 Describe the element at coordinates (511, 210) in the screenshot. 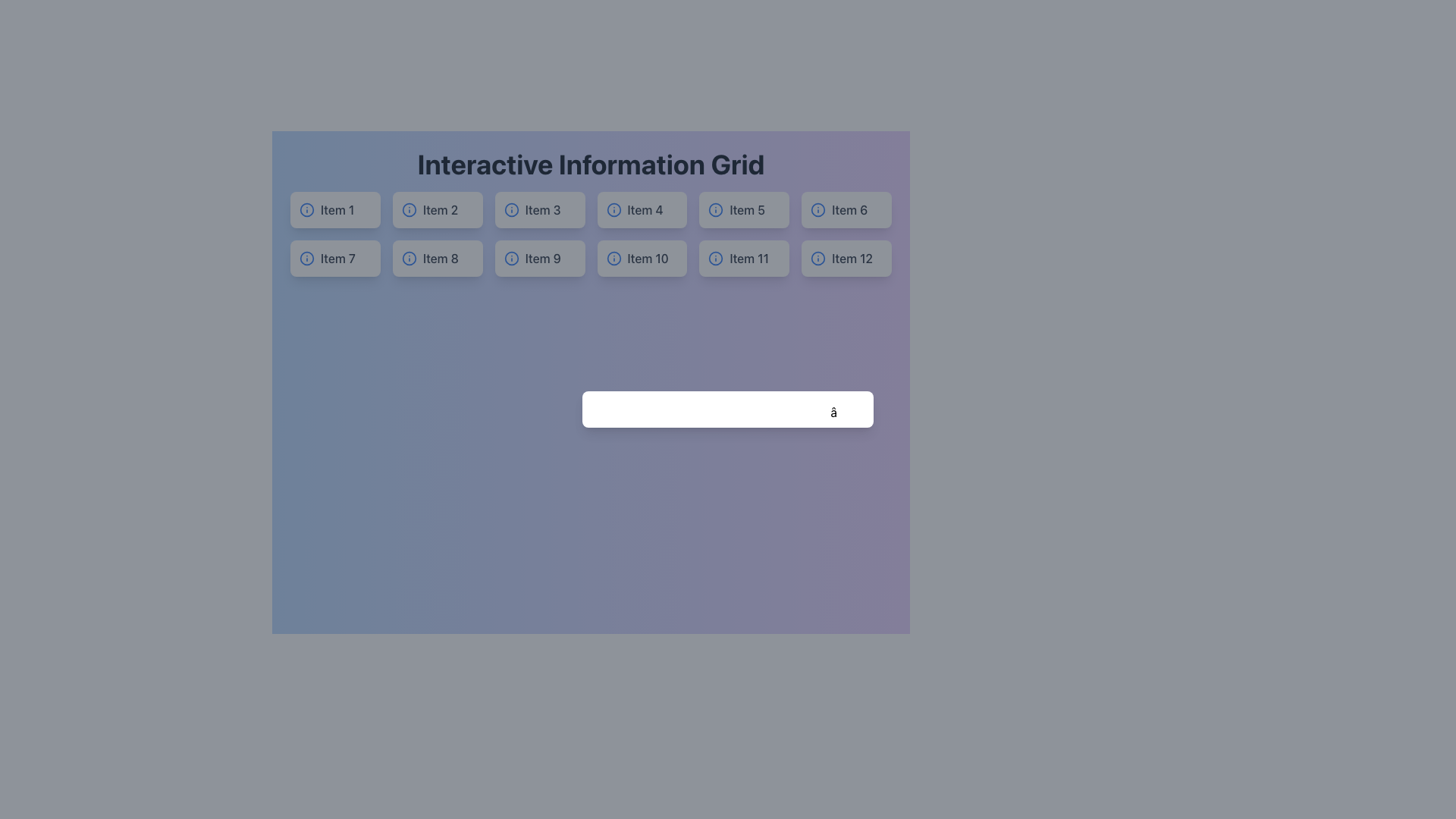

I see `the circle component of the 'info' icon located within the 'Item 3' button in the 'Interactive Information Grid'` at that location.